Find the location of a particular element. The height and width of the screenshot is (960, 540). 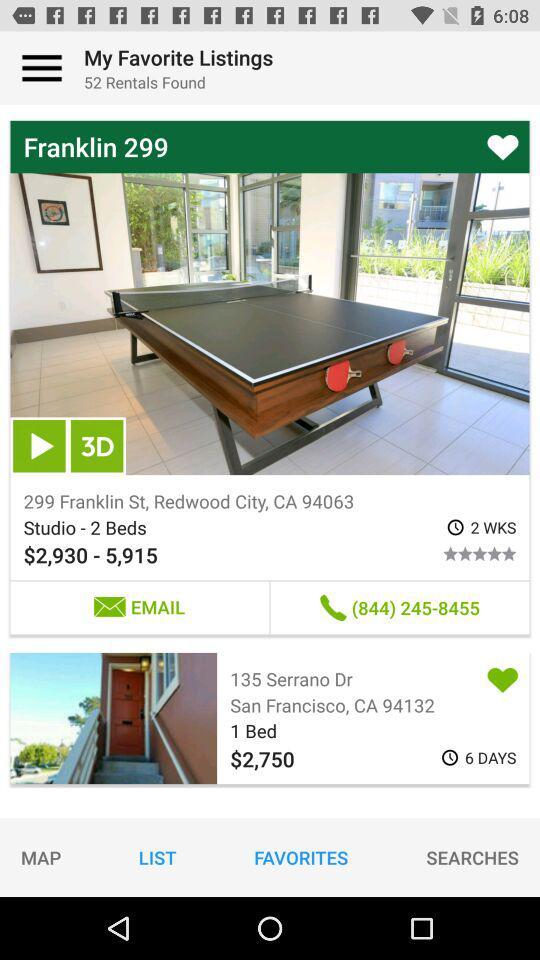

see menu is located at coordinates (42, 68).